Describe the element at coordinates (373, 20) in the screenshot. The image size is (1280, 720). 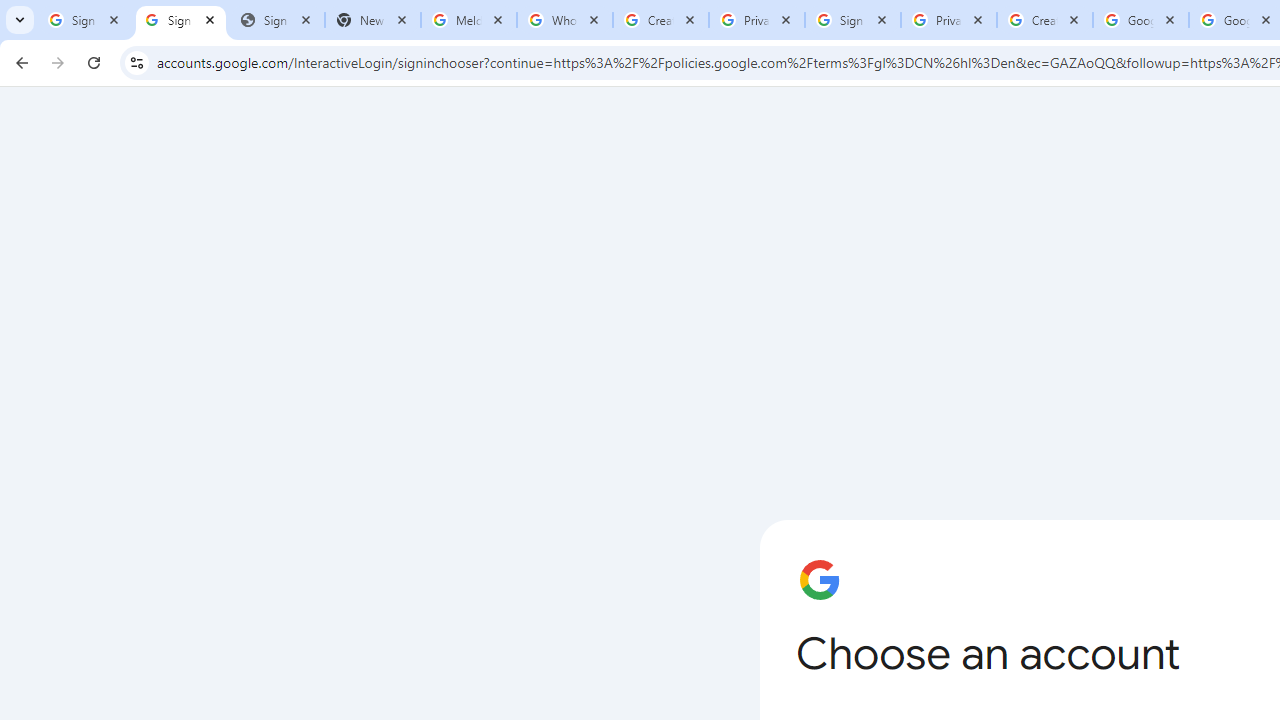
I see `'New Tab'` at that location.